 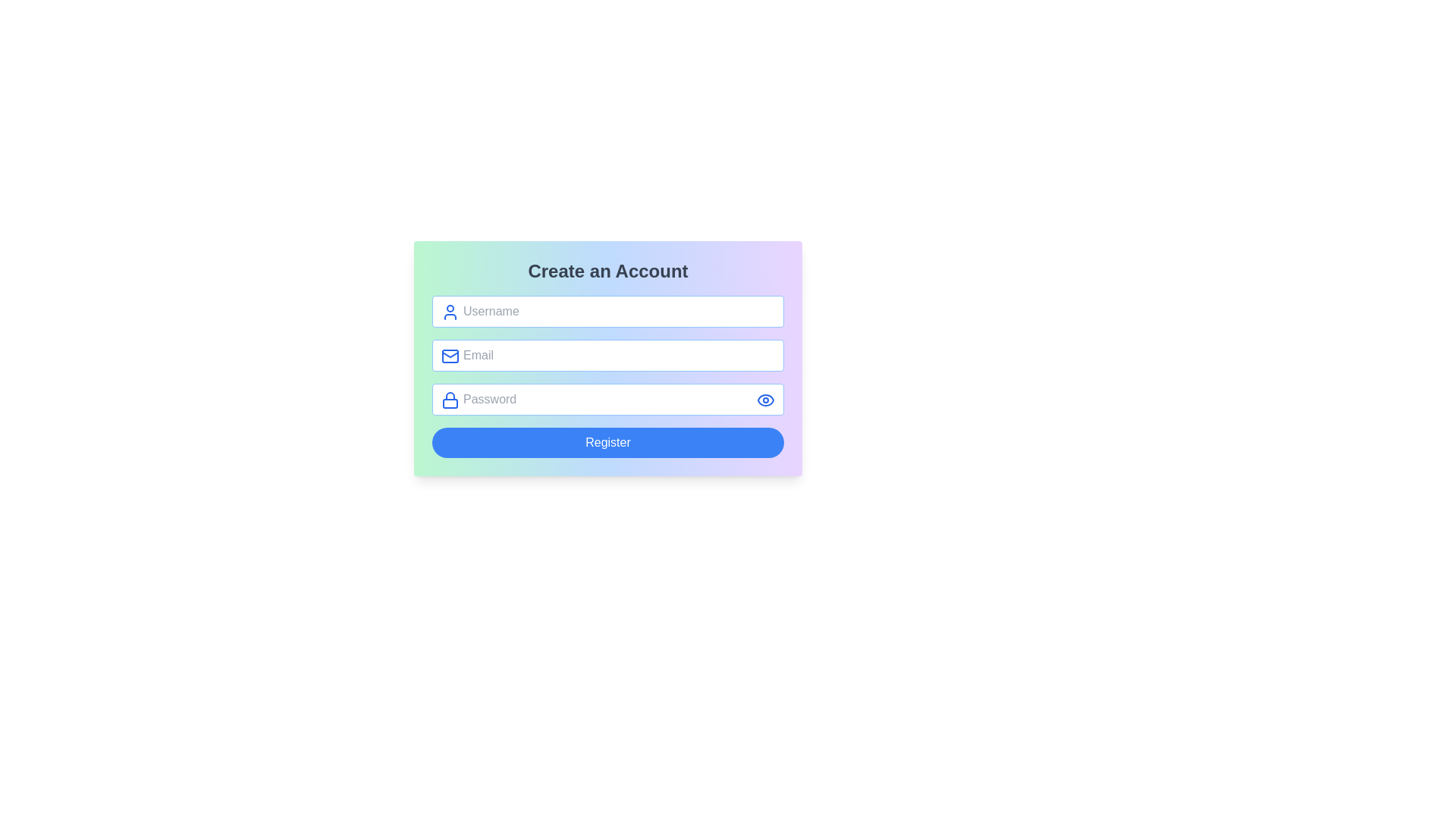 What do you see at coordinates (450, 403) in the screenshot?
I see `the SVG rectangle that visually represents the lock body of the padlock icon, which indicates security for the password input field` at bounding box center [450, 403].